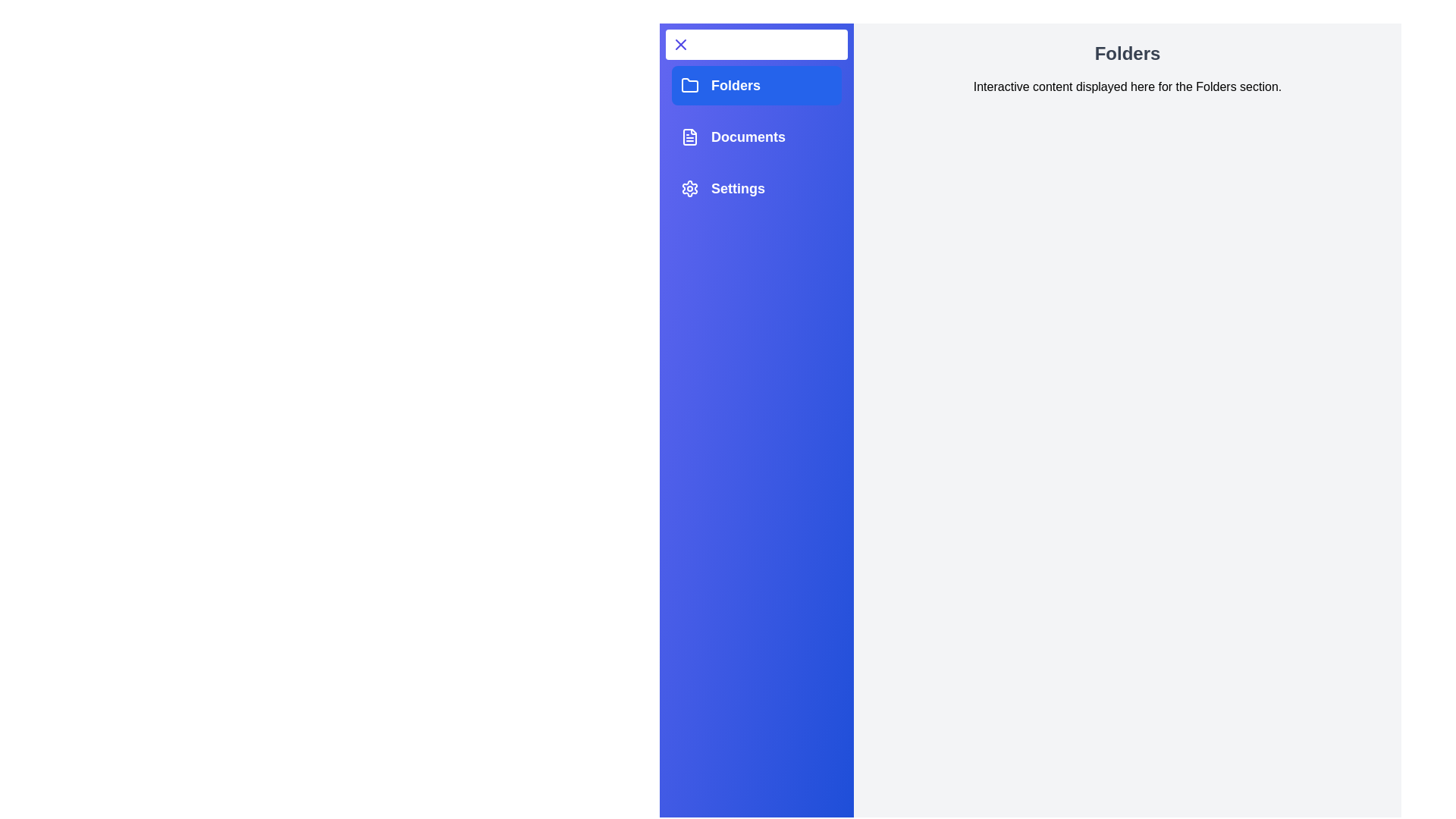 Image resolution: width=1456 pixels, height=819 pixels. Describe the element at coordinates (757, 43) in the screenshot. I see `toggle button to toggle the drawer open or closed` at that location.